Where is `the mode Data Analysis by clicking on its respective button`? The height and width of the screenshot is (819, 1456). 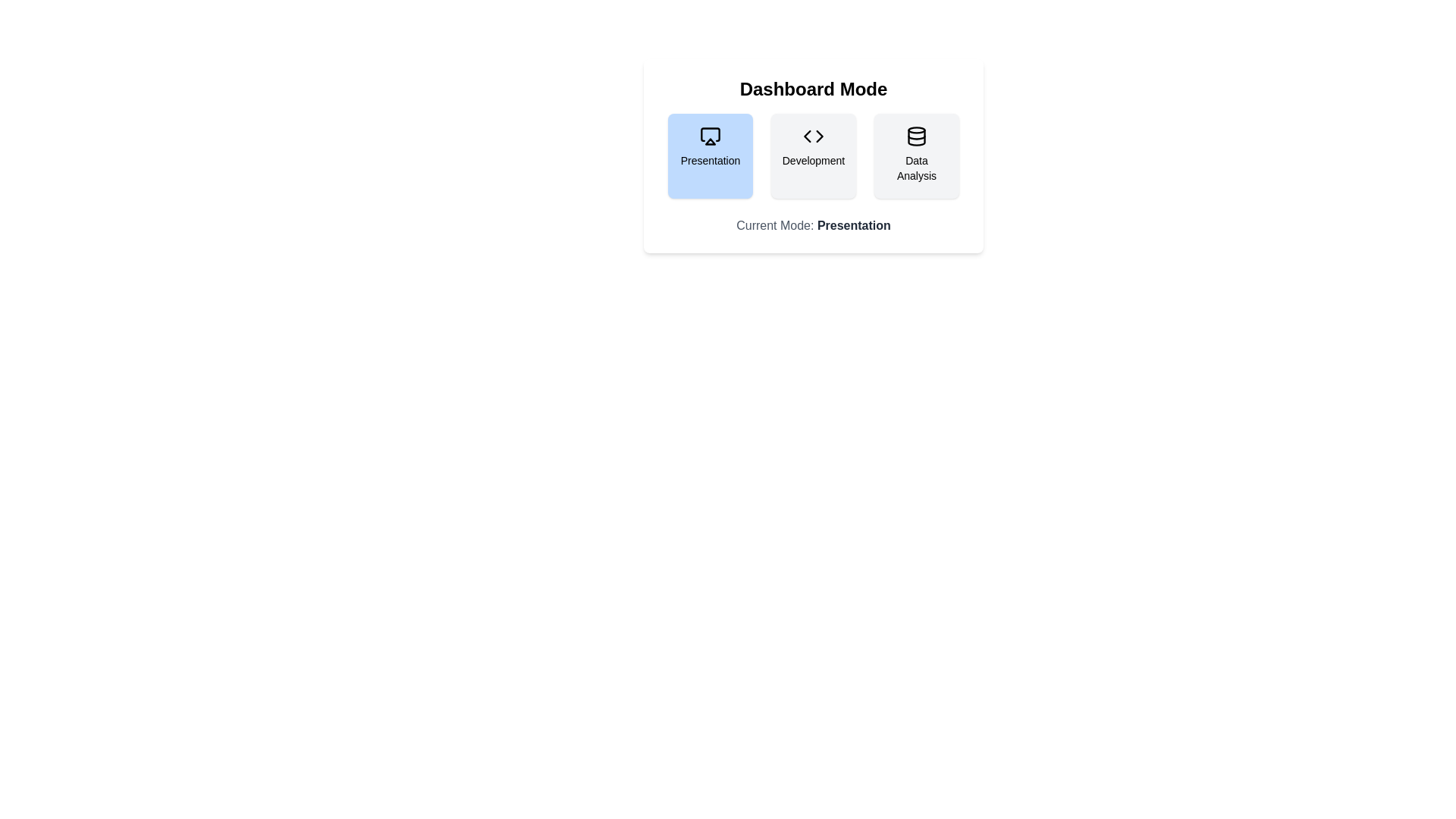 the mode Data Analysis by clicking on its respective button is located at coordinates (916, 155).